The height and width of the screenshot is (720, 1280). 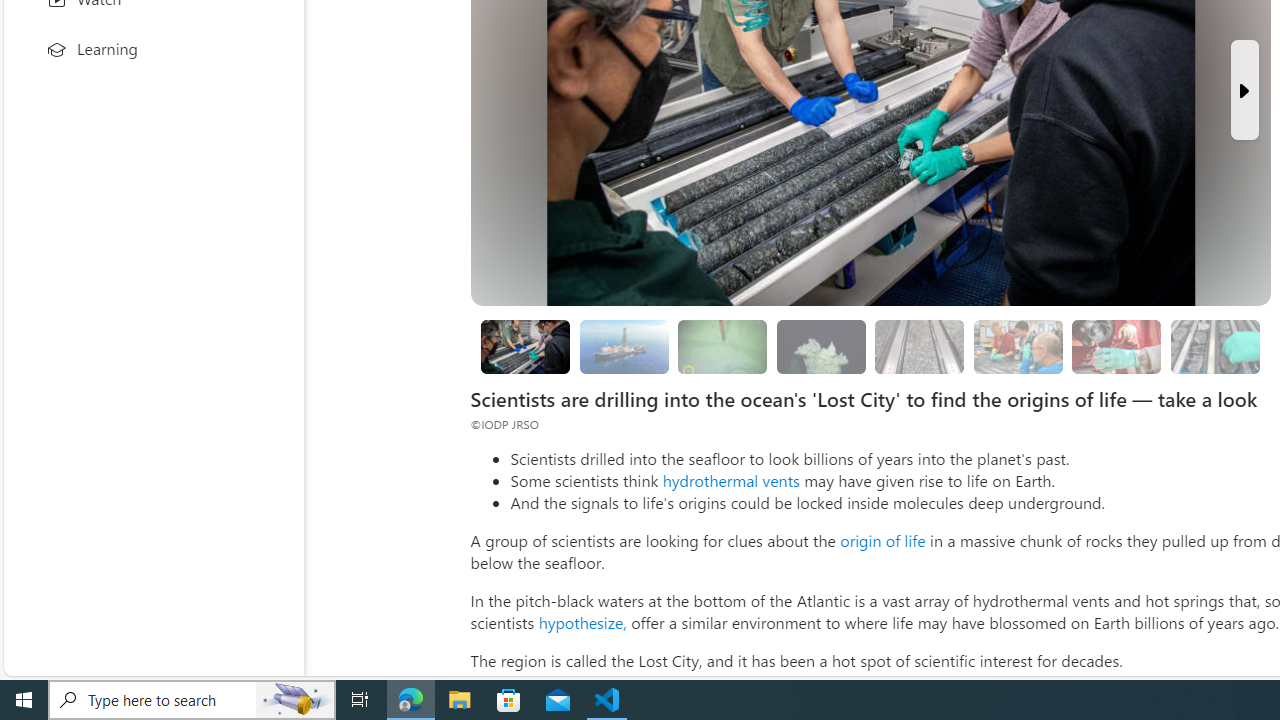 I want to click on 'The Lost City could hold clues to the origin of life.', so click(x=821, y=346).